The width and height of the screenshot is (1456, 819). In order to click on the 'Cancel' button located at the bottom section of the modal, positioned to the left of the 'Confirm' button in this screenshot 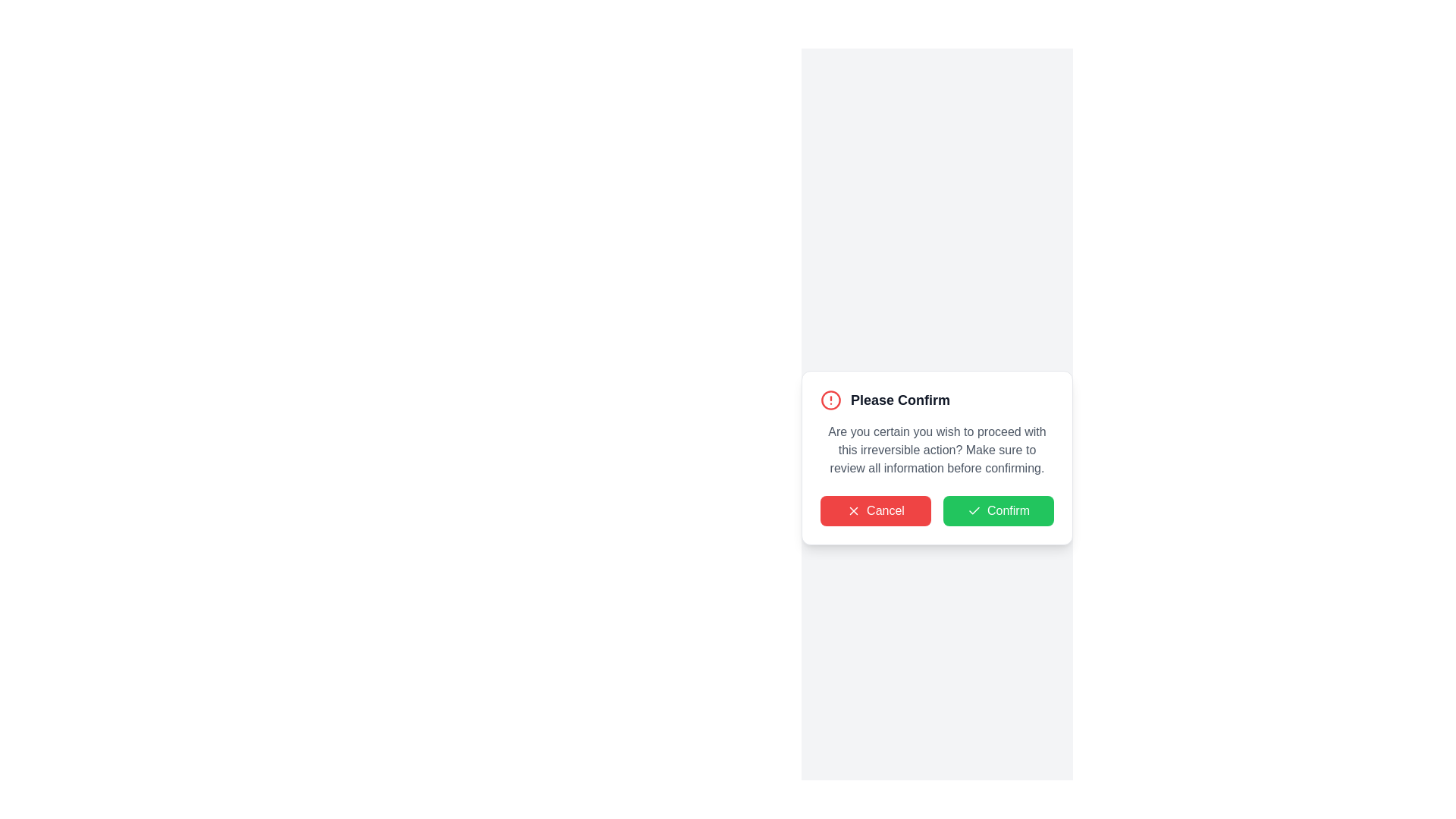, I will do `click(876, 511)`.